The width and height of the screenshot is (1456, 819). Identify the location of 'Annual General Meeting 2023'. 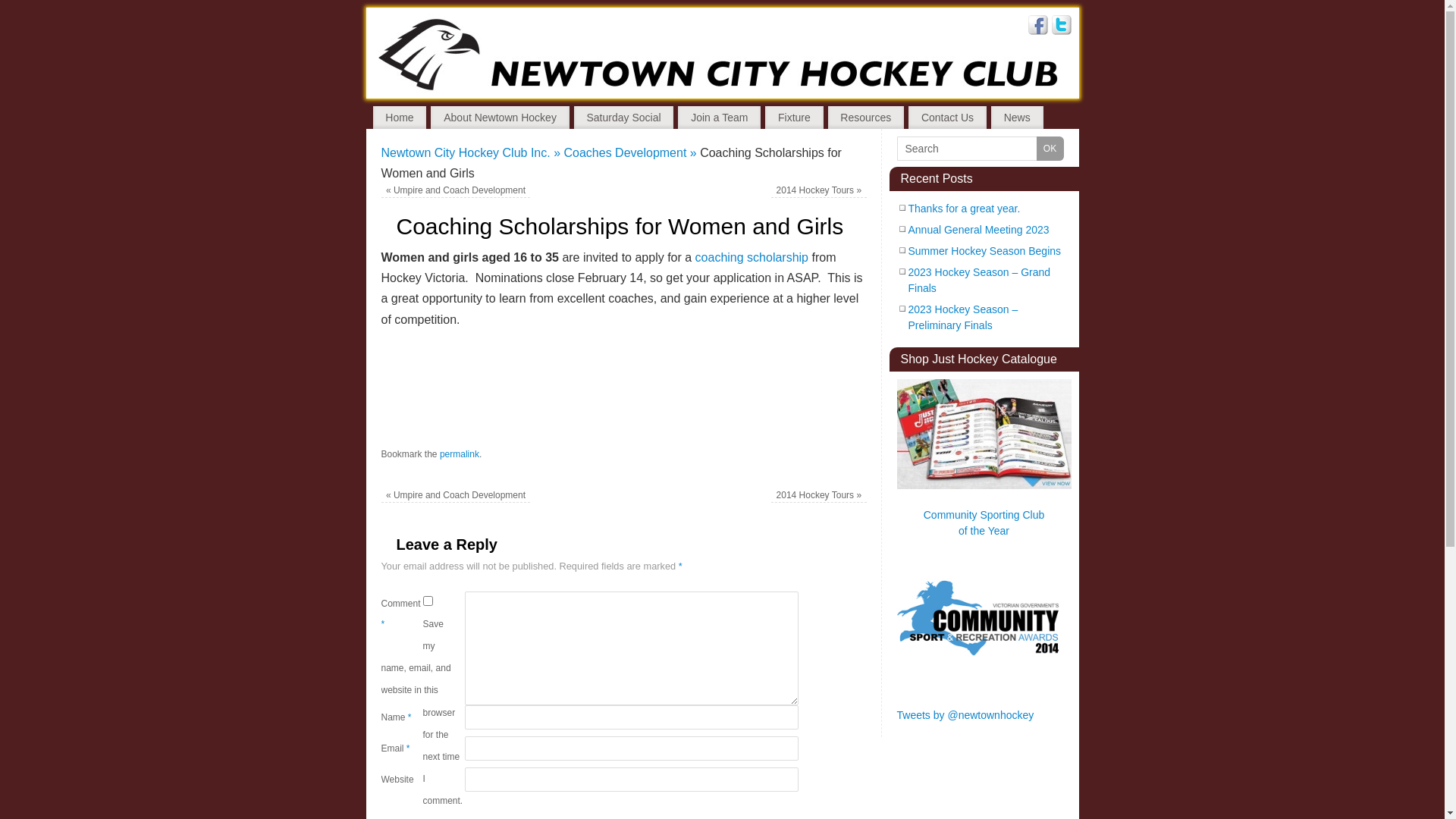
(979, 230).